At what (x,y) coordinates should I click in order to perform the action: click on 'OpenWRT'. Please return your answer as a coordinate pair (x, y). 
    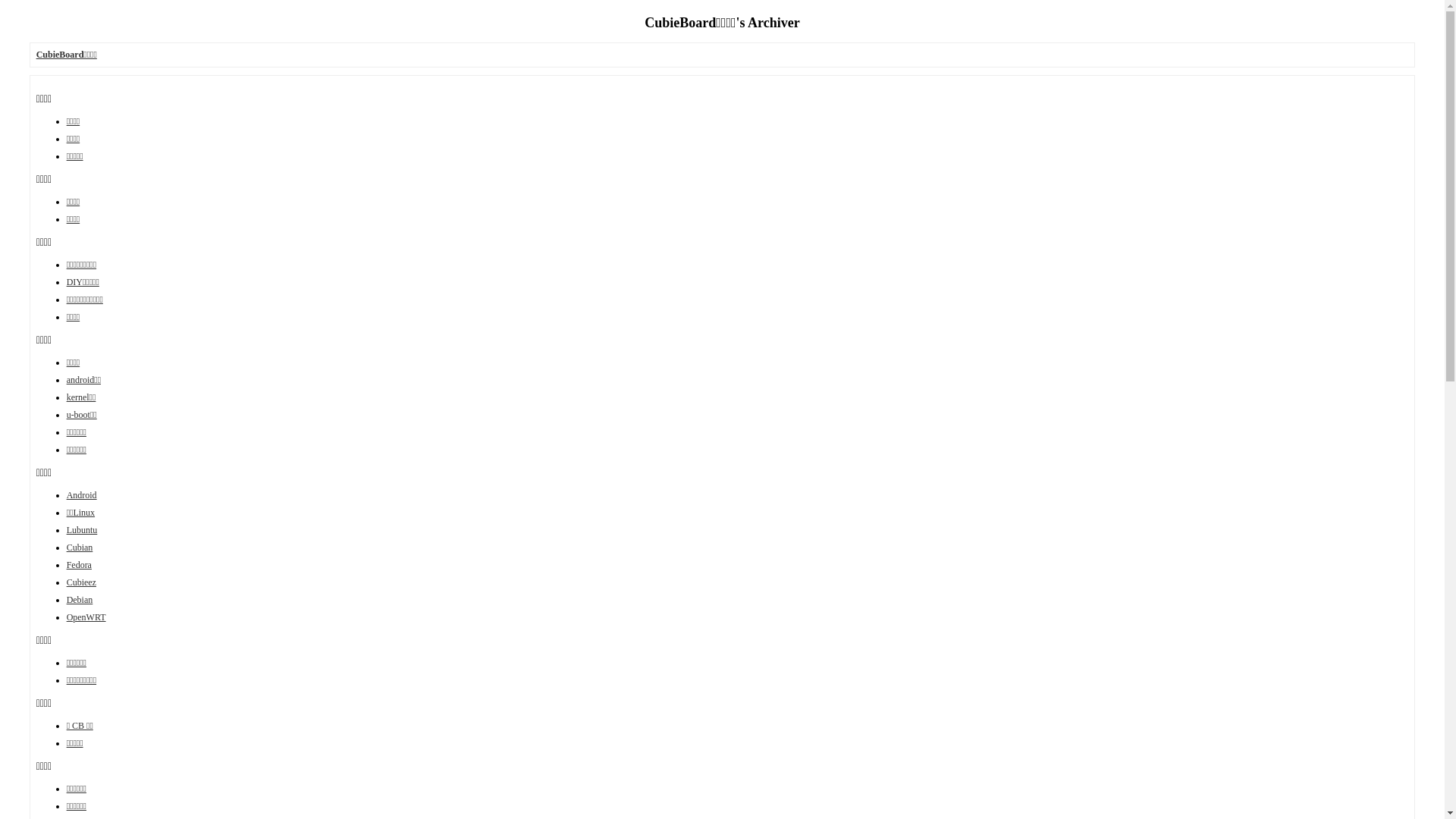
    Looking at the image, I should click on (86, 617).